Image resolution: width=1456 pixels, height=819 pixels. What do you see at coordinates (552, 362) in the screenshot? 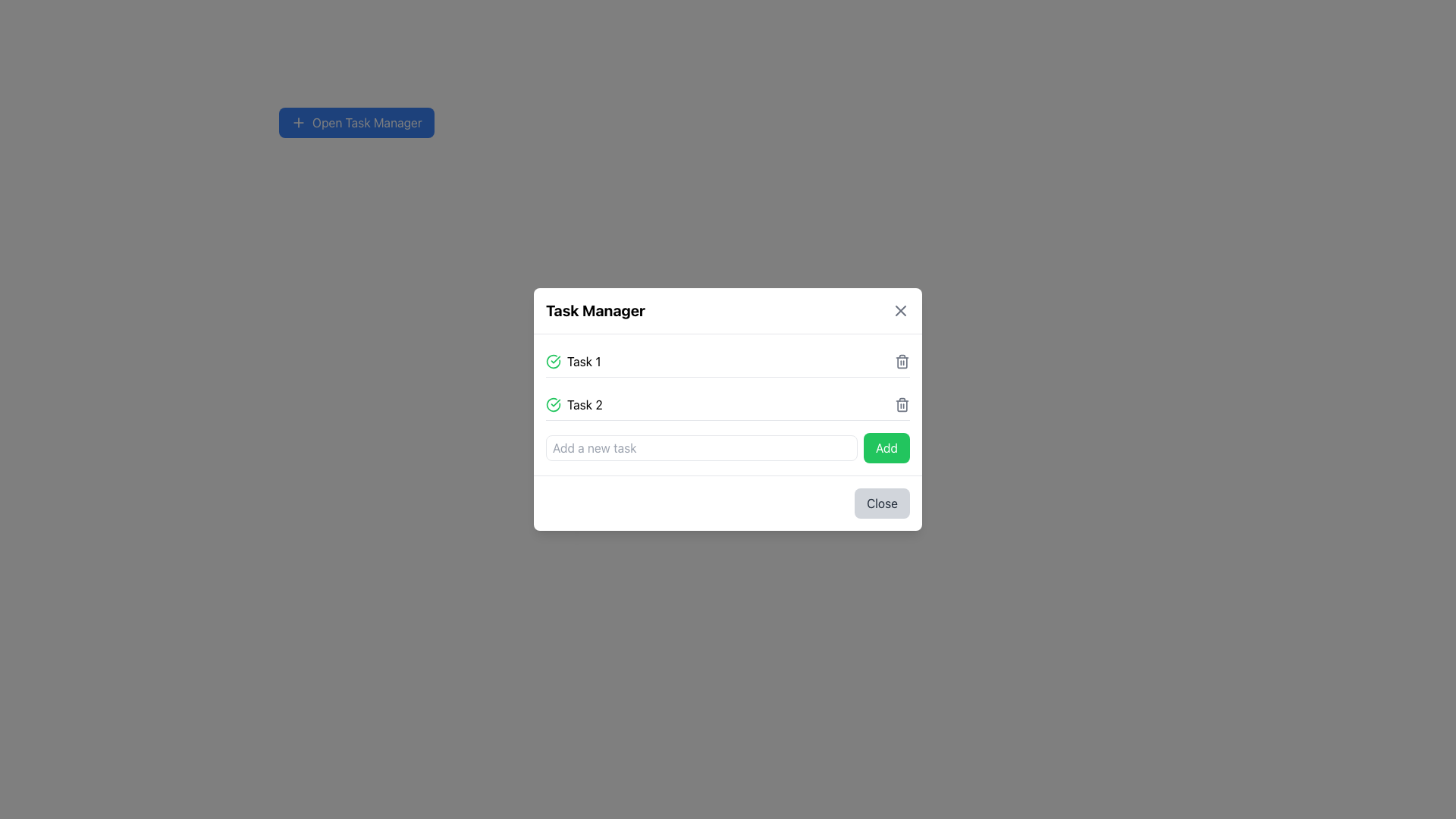
I see `the green circular checkmark icon that is part of the 'Task 1' entry in the task list` at bounding box center [552, 362].